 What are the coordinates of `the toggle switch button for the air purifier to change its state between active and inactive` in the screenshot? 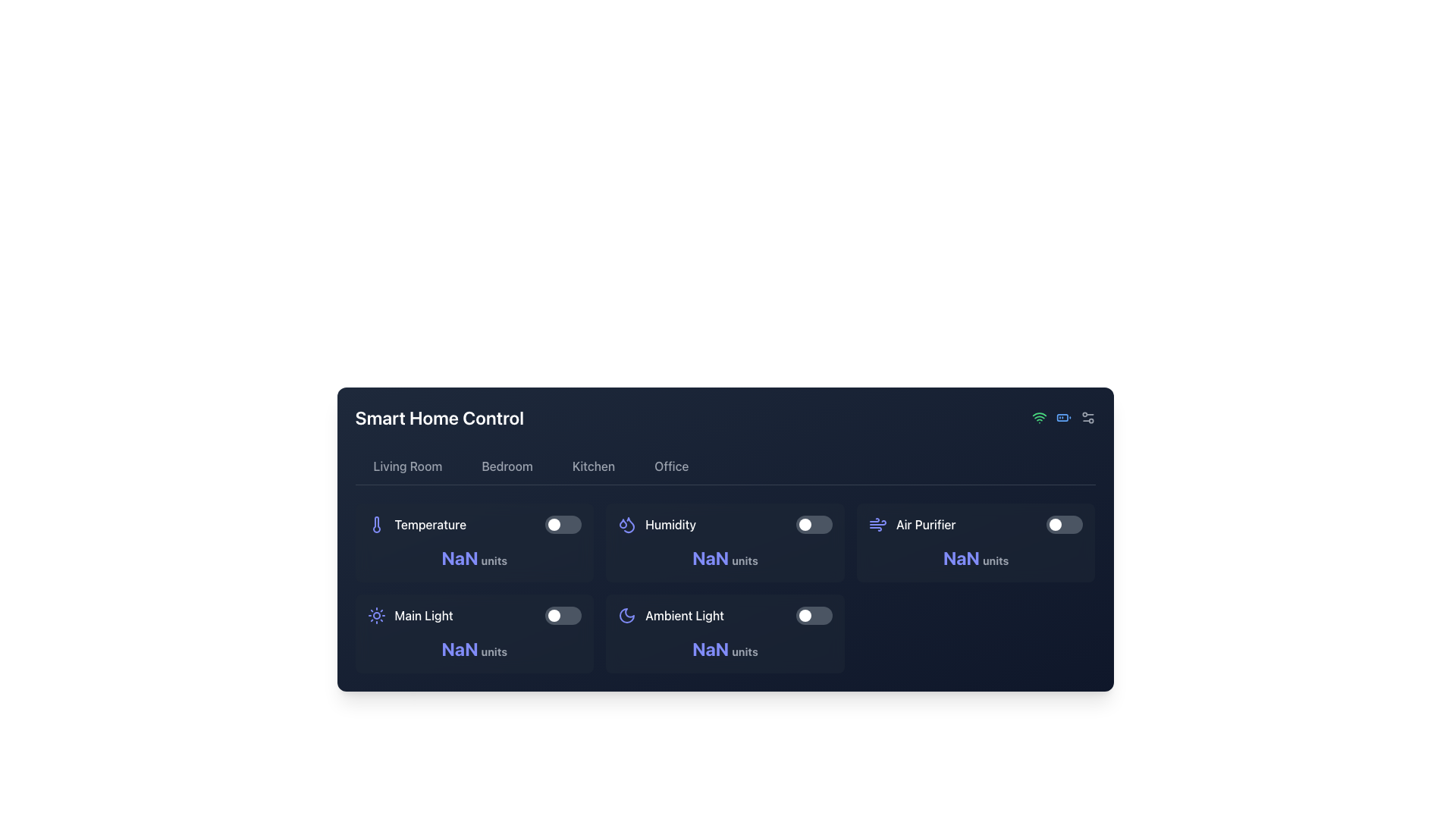 It's located at (1055, 523).